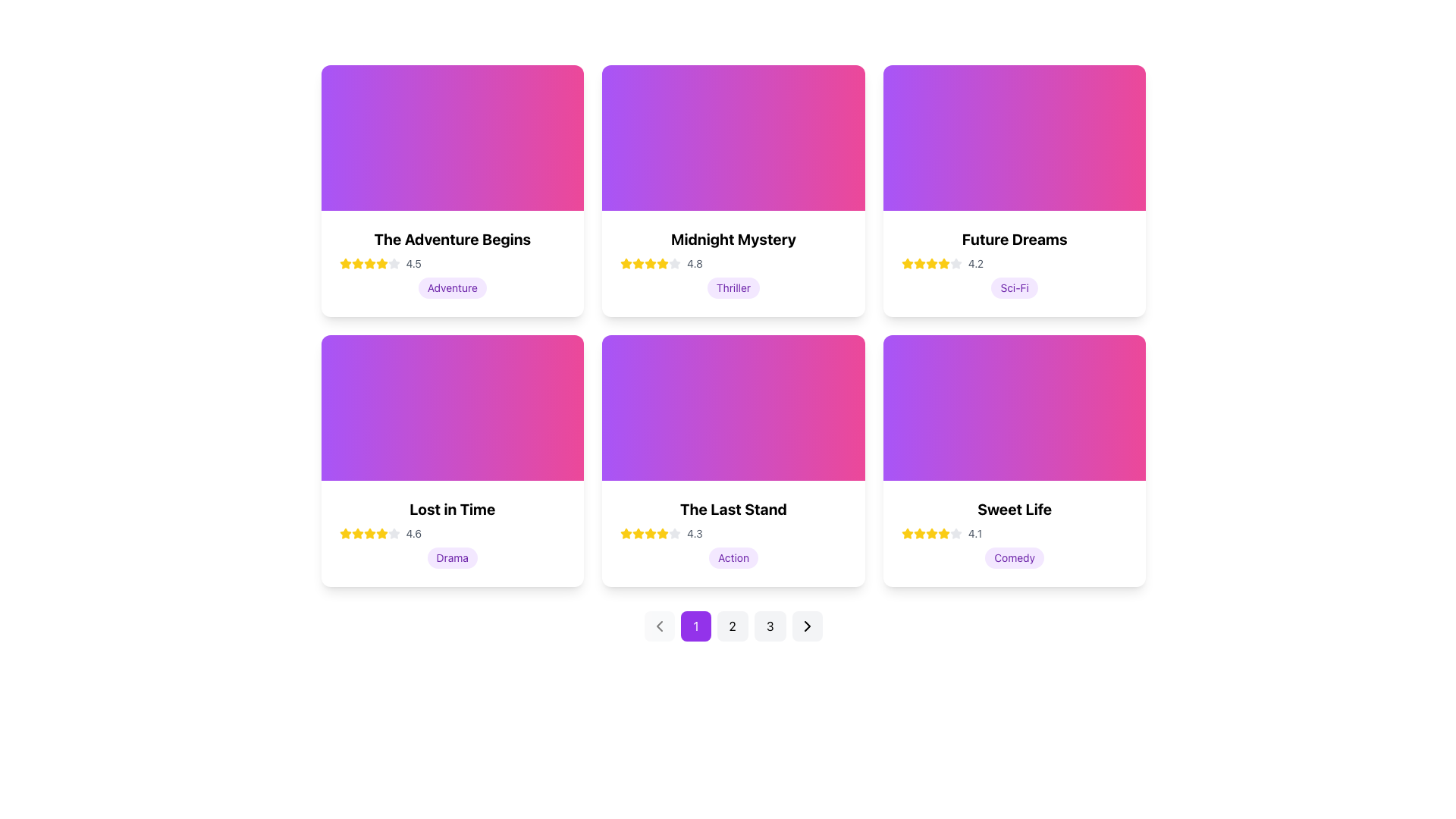 This screenshot has width=1456, height=819. Describe the element at coordinates (733, 239) in the screenshot. I see `the text label that serves as the title of the card labeled 'Midnight Mystery', which is positioned in the upper-middle region of the card, above the star rating and genre label 'Thriller'` at that location.